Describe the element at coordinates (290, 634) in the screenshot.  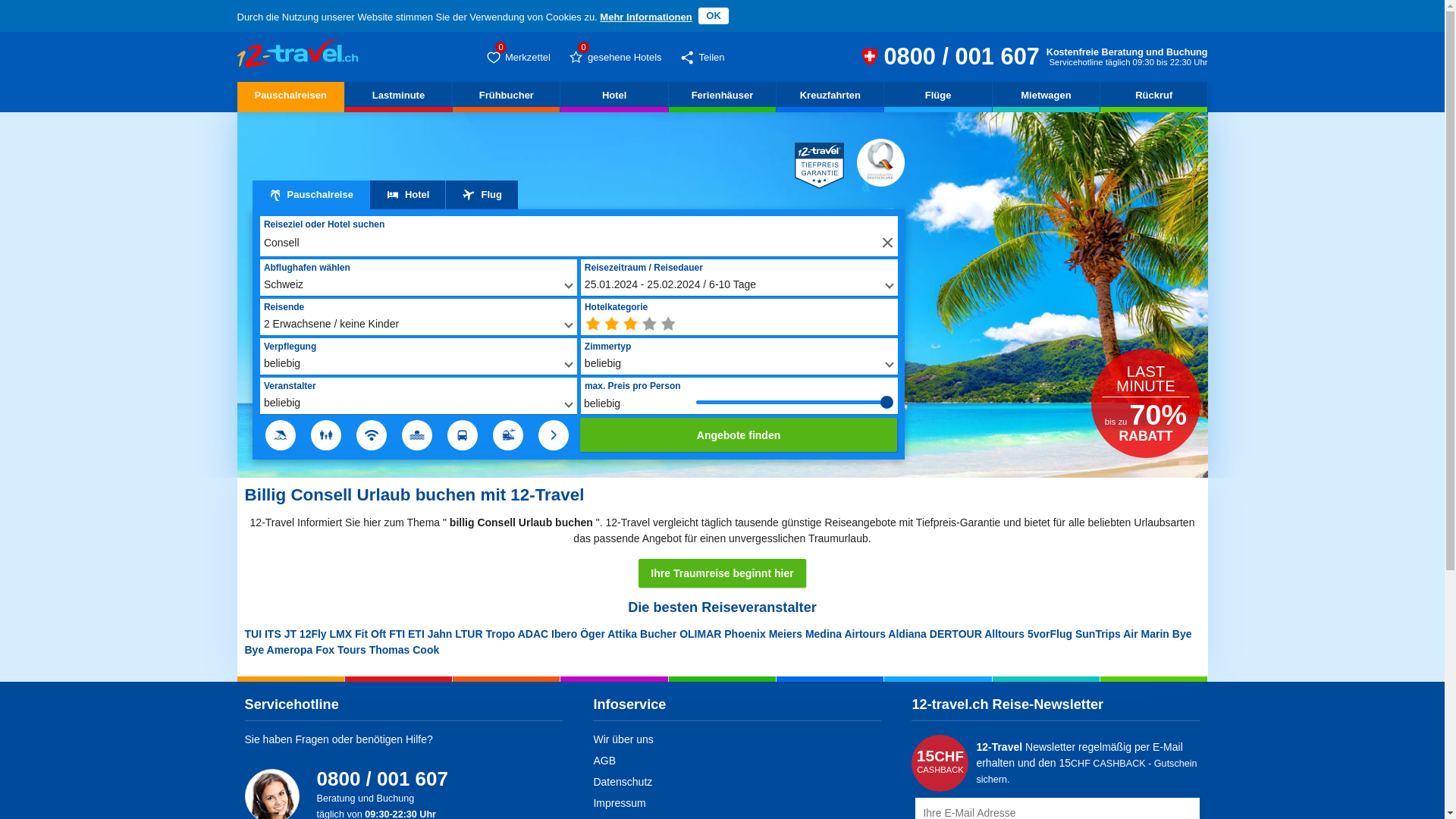
I see `'JT'` at that location.